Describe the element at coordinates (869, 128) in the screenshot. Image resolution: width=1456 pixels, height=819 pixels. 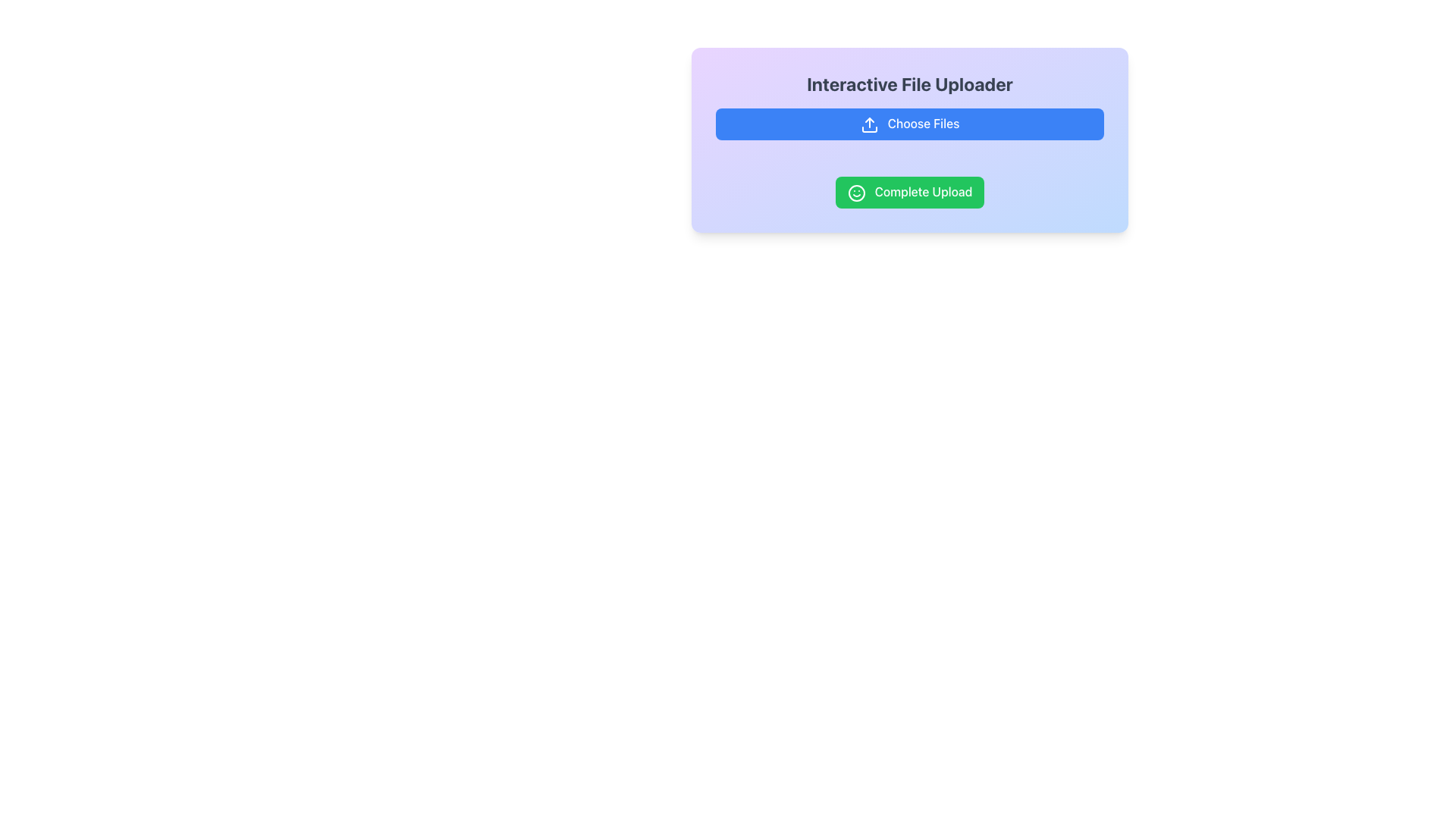
I see `the bottom-most horizontal rectangle line of the SVG icon that represents the base of an upload symbol` at that location.